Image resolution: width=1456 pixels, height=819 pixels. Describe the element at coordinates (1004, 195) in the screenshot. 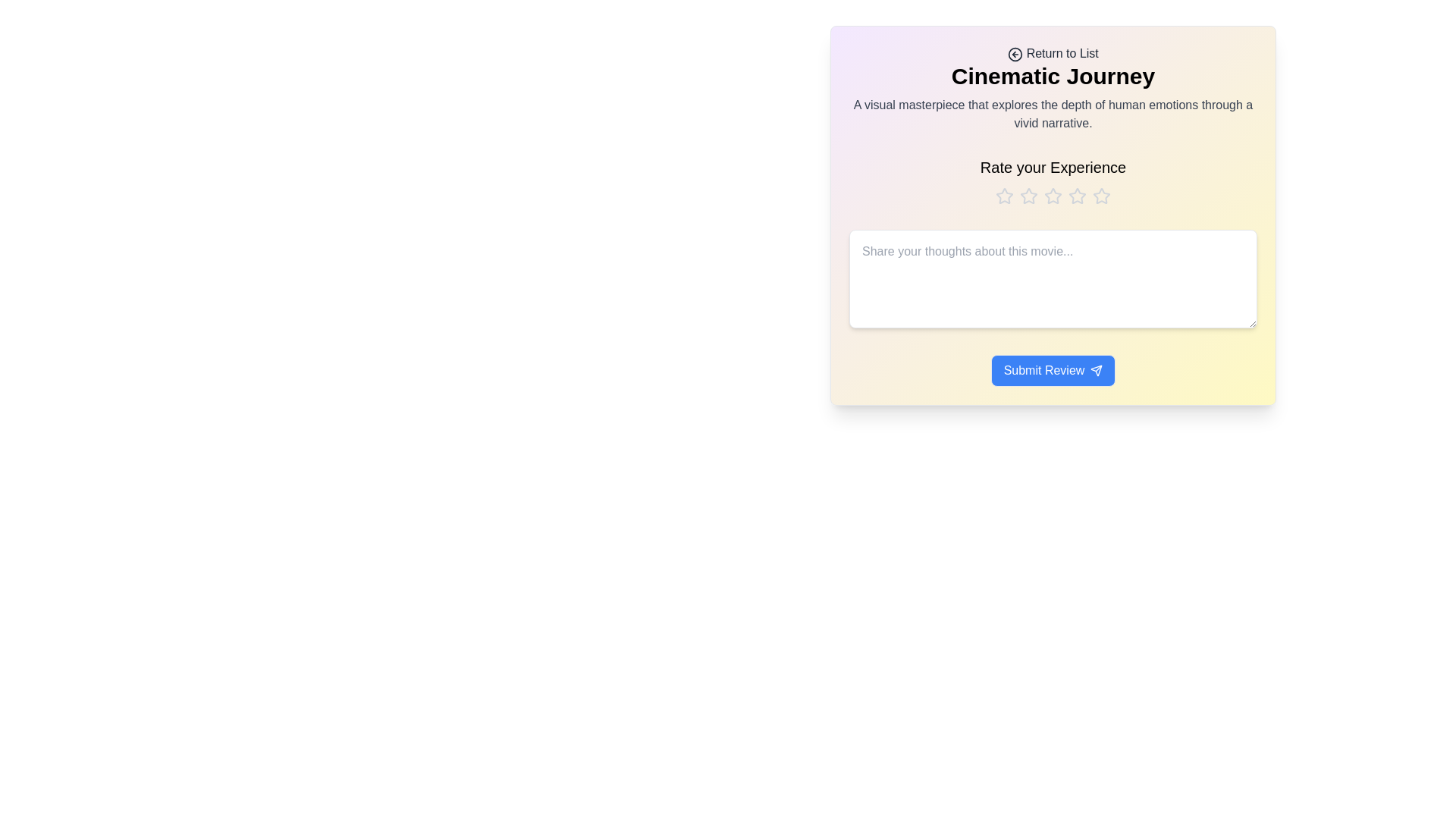

I see `the outlined star icon` at that location.